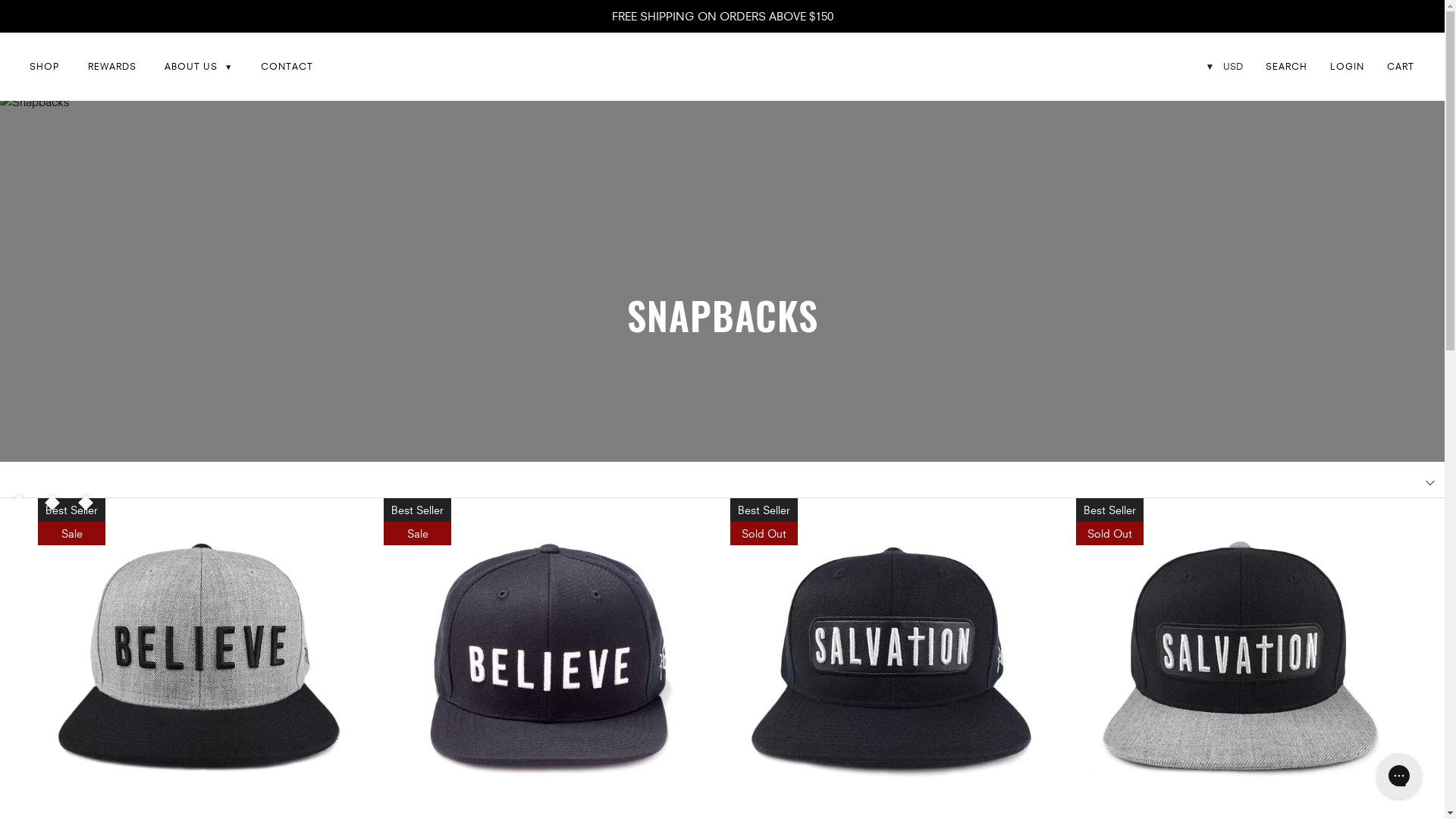  Describe the element at coordinates (1398, 775) in the screenshot. I see `'Gorgias live chat messenger'` at that location.